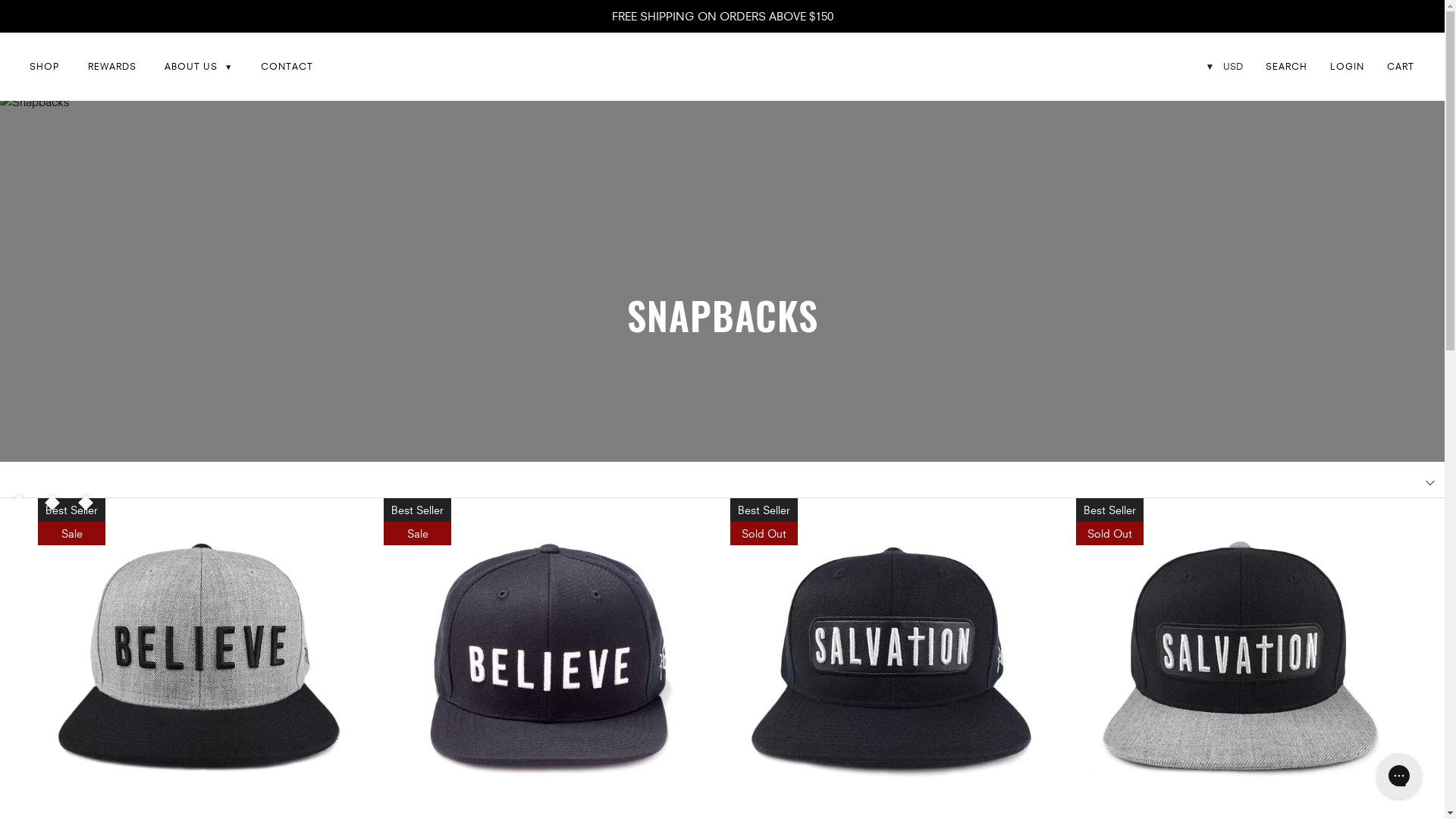  Describe the element at coordinates (1398, 775) in the screenshot. I see `'Gorgias live chat messenger'` at that location.